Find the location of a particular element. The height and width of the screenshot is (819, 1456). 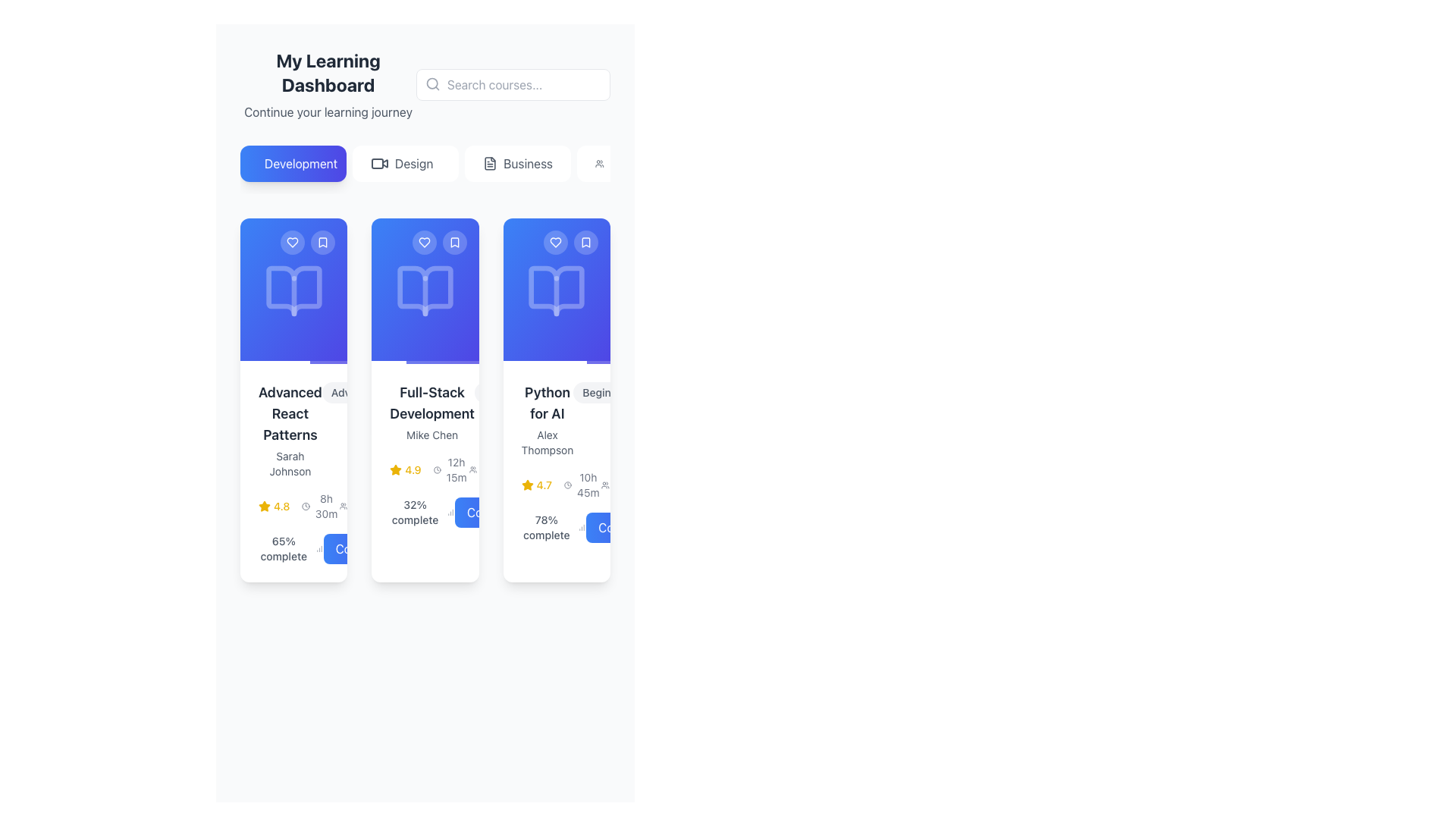

the clock icon that symbolizes the duration of the course, which is positioned to the left of the time duration text '8h 30m' is located at coordinates (305, 506).